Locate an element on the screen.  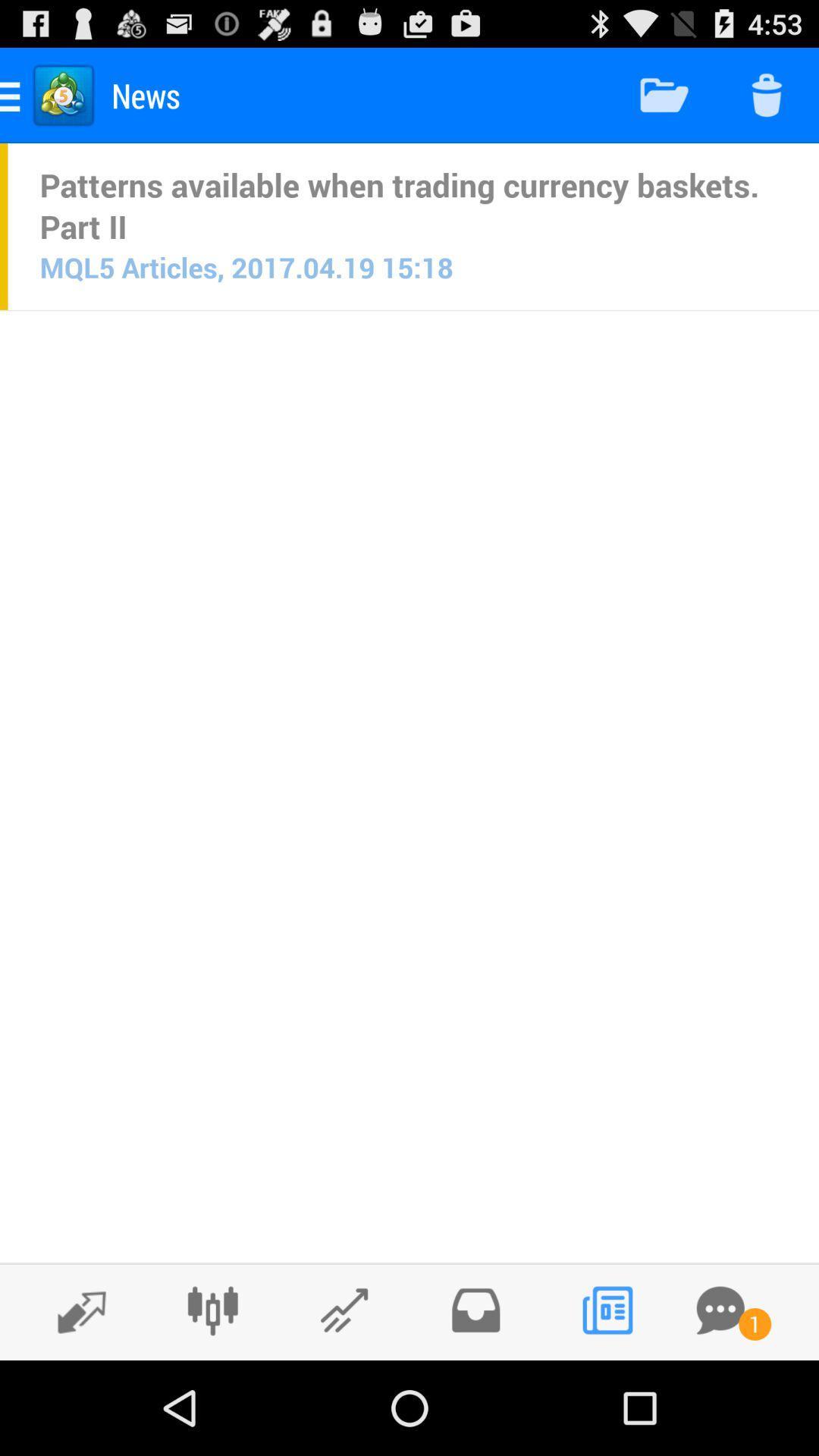
menu is located at coordinates (475, 1310).